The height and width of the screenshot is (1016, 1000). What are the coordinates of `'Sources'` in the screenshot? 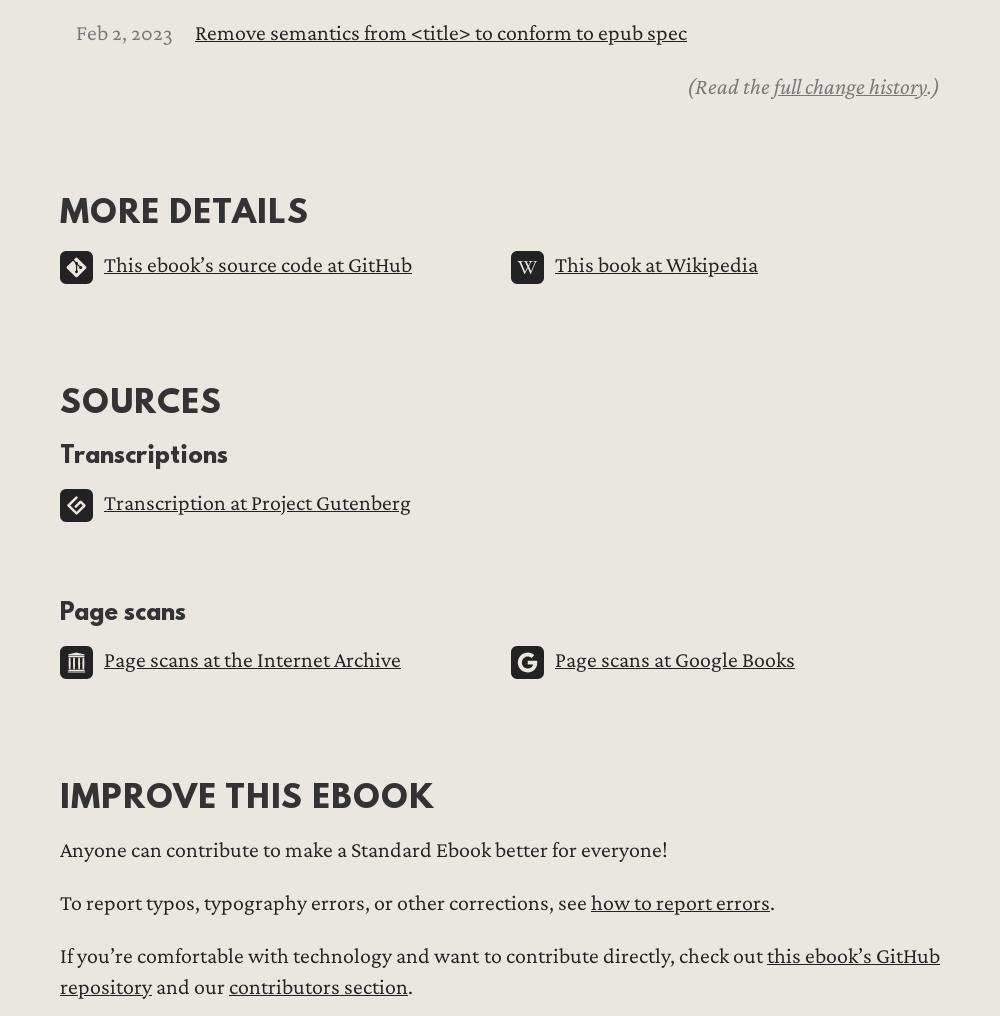 It's located at (141, 397).